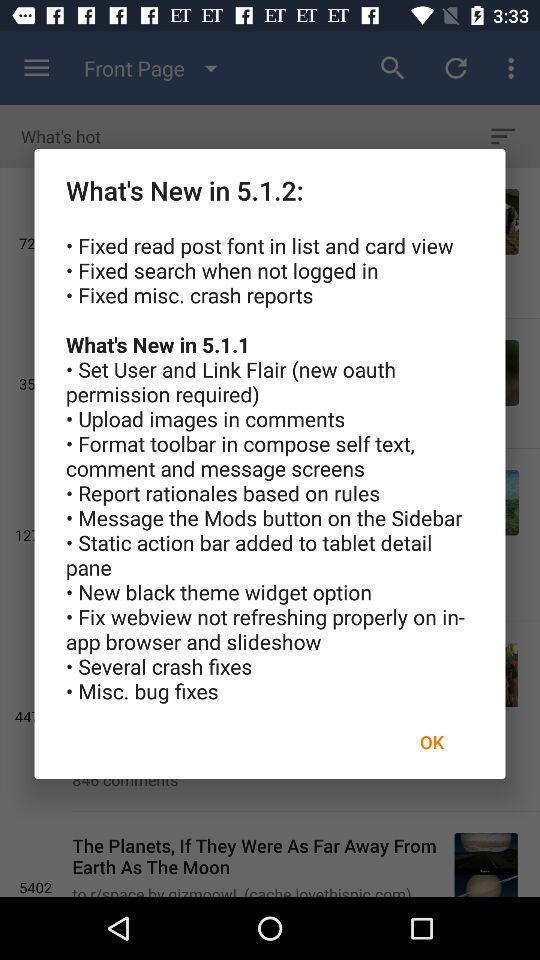 This screenshot has width=540, height=960. Describe the element at coordinates (431, 741) in the screenshot. I see `ok icon` at that location.